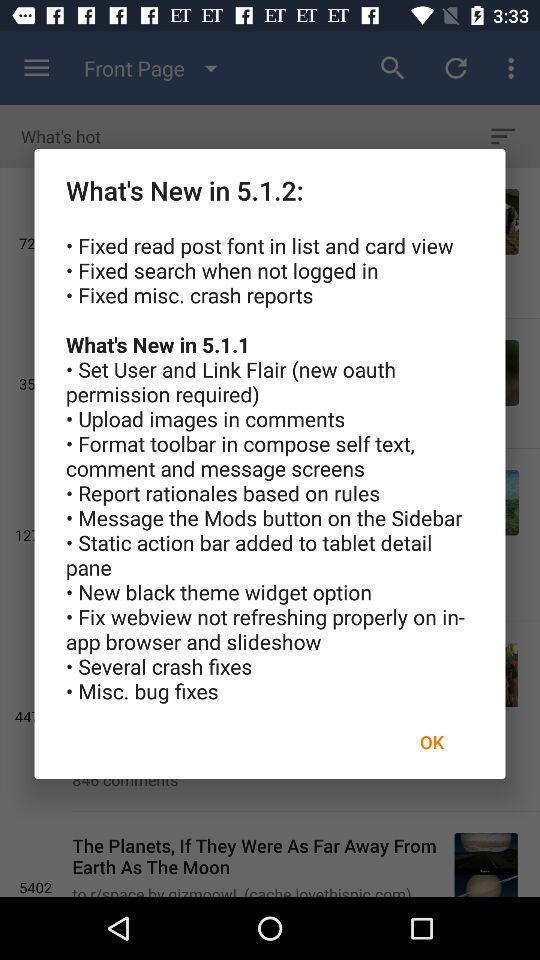 This screenshot has width=540, height=960. Describe the element at coordinates (431, 741) in the screenshot. I see `ok icon` at that location.